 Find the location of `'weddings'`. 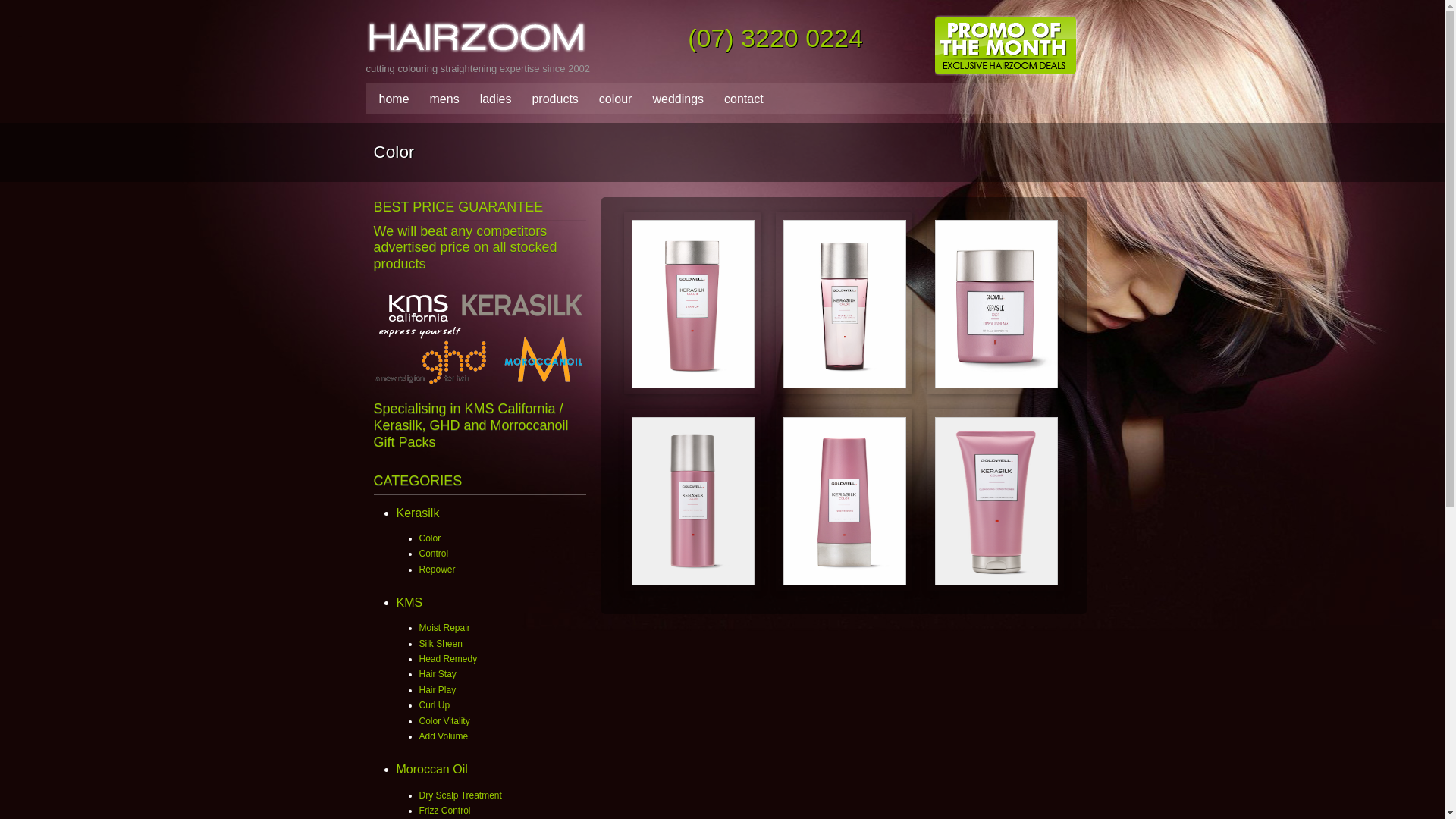

'weddings' is located at coordinates (673, 99).